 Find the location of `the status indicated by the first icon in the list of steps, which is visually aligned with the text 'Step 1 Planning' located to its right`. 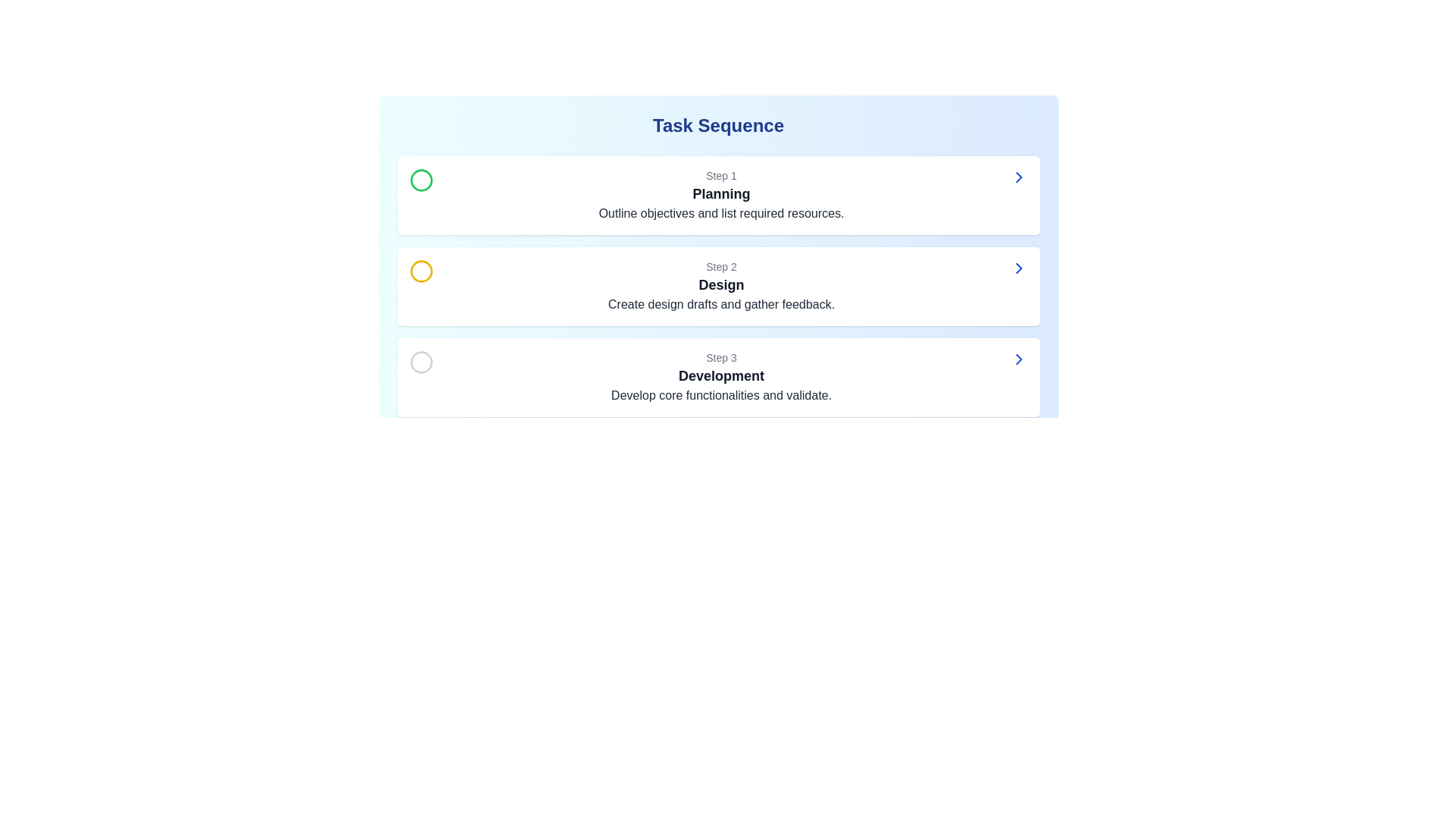

the status indicated by the first icon in the list of steps, which is visually aligned with the text 'Step 1 Planning' located to its right is located at coordinates (421, 180).